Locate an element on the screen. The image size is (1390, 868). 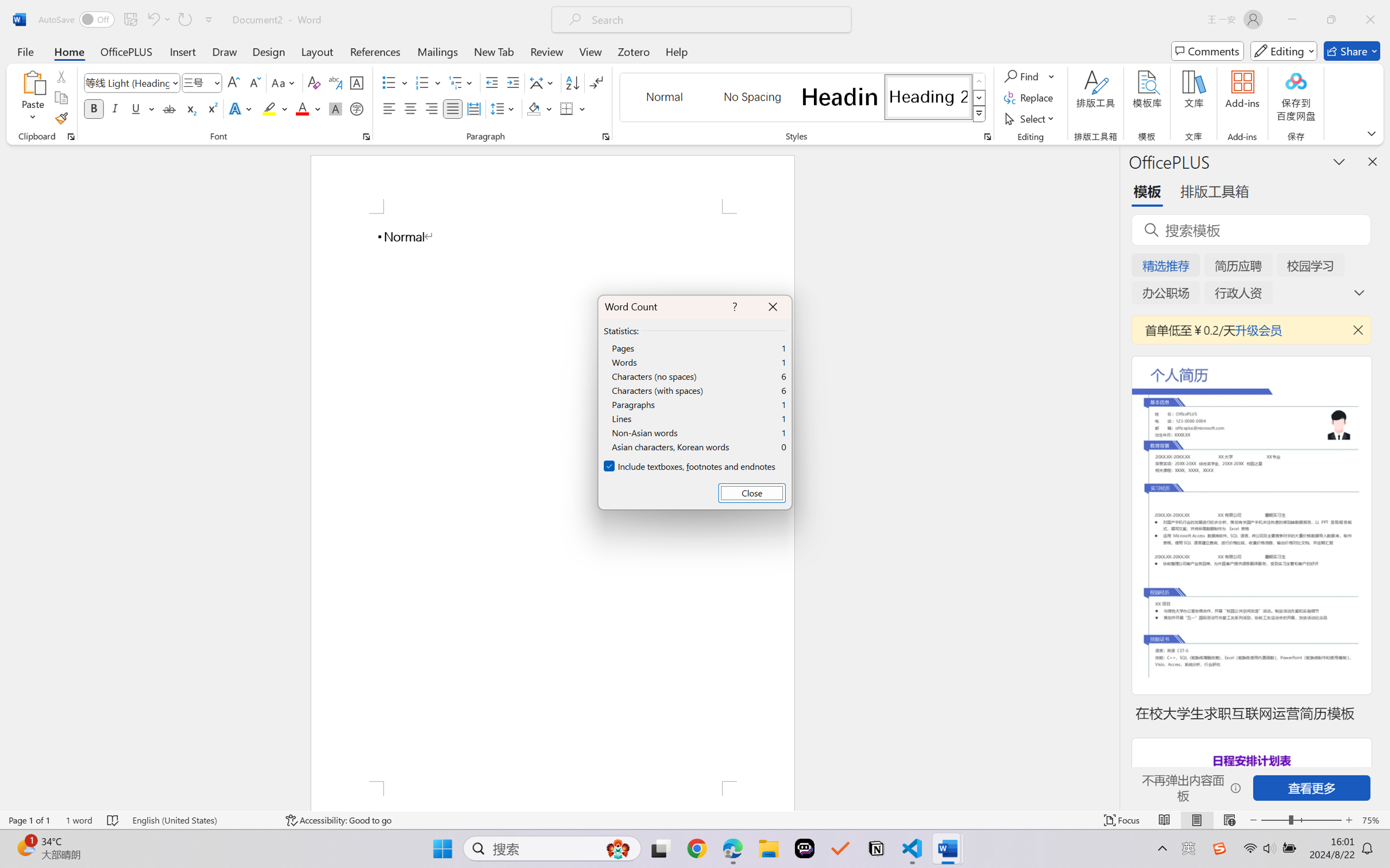
'Paste' is located at coordinates (33, 82).